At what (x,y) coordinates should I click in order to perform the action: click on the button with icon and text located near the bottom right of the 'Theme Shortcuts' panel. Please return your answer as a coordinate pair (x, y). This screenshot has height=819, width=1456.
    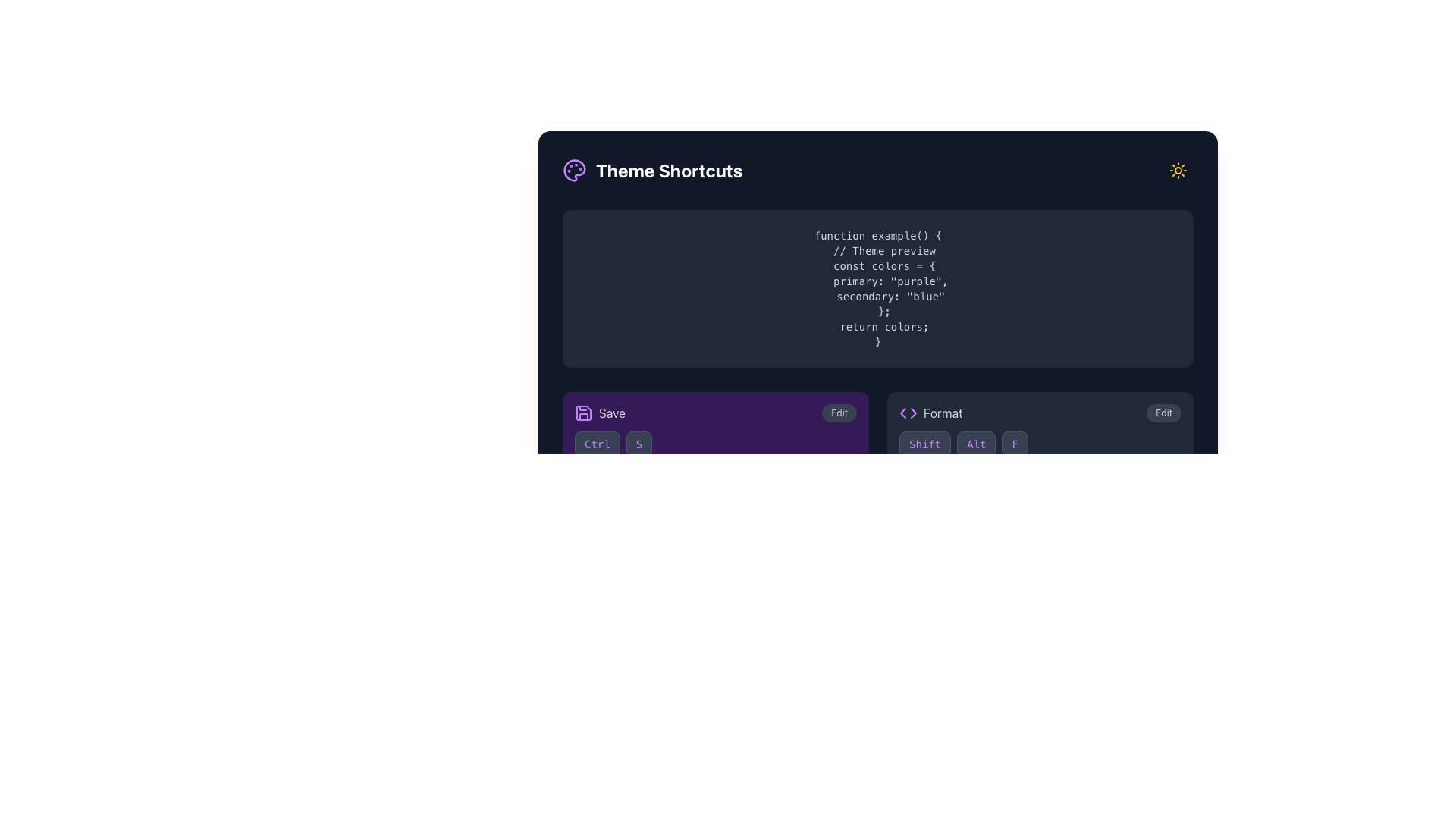
    Looking at the image, I should click on (930, 413).